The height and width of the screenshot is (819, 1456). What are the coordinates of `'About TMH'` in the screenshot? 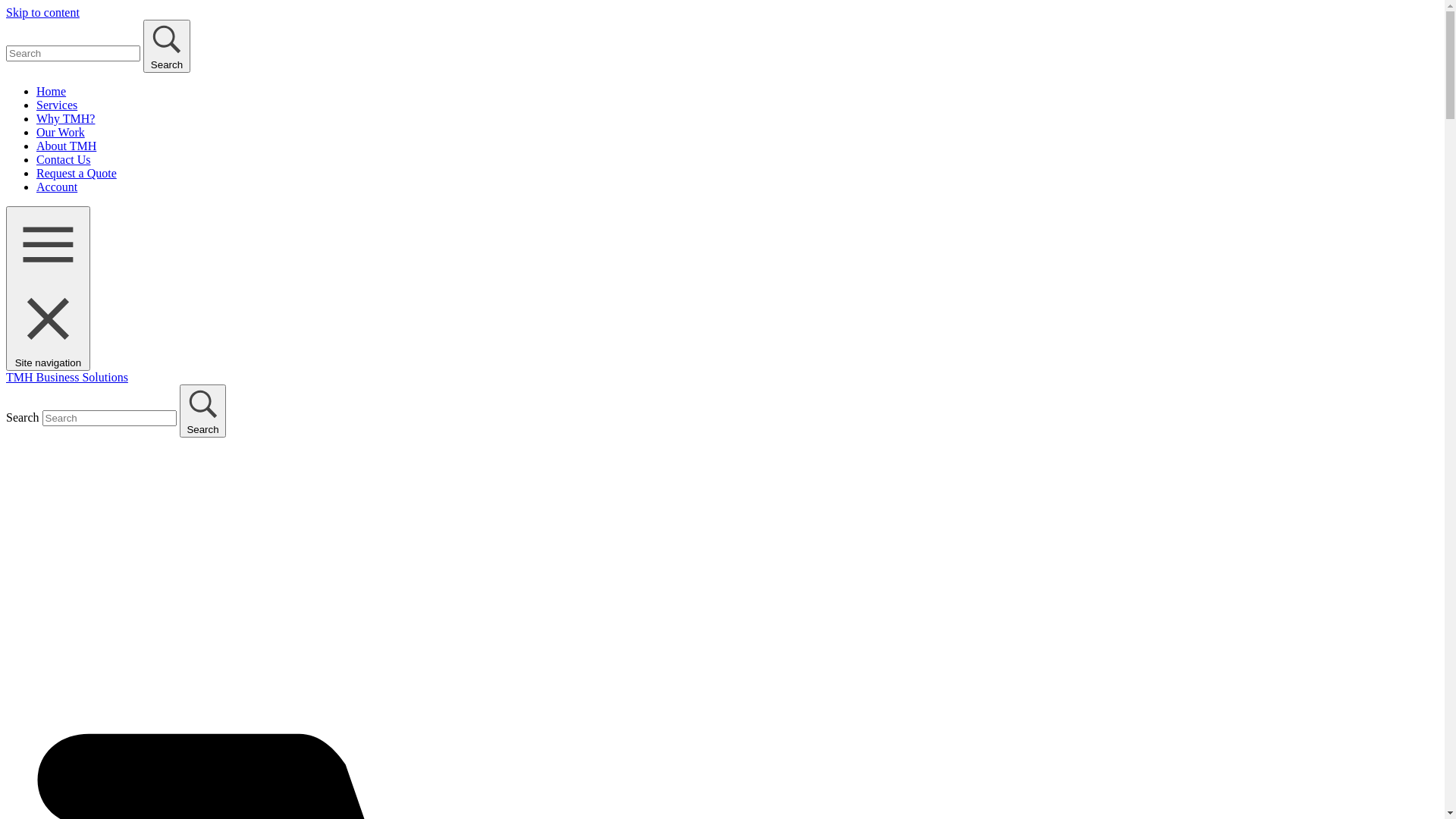 It's located at (65, 146).